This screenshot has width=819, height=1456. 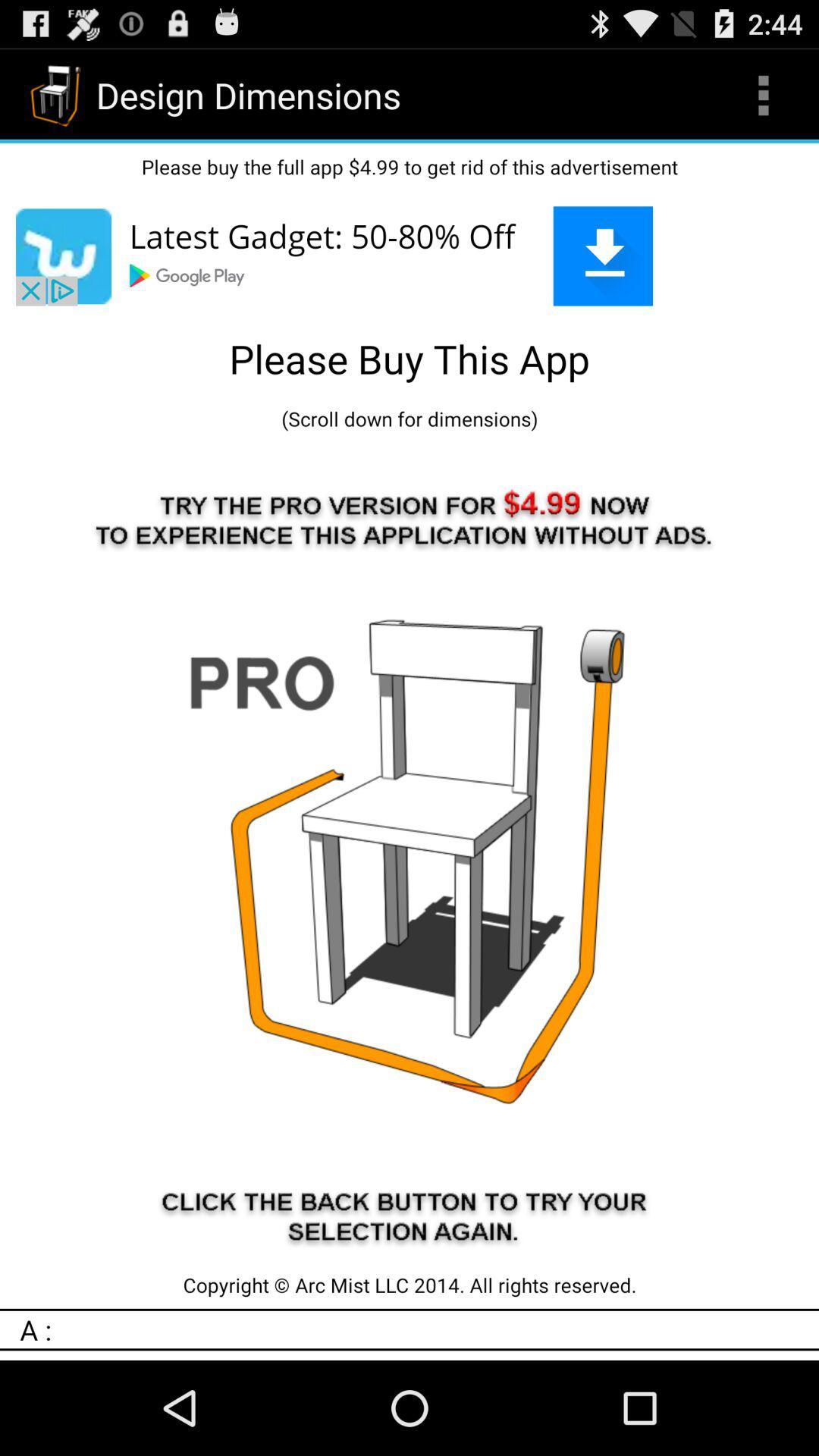 I want to click on scroll down for item, so click(x=409, y=419).